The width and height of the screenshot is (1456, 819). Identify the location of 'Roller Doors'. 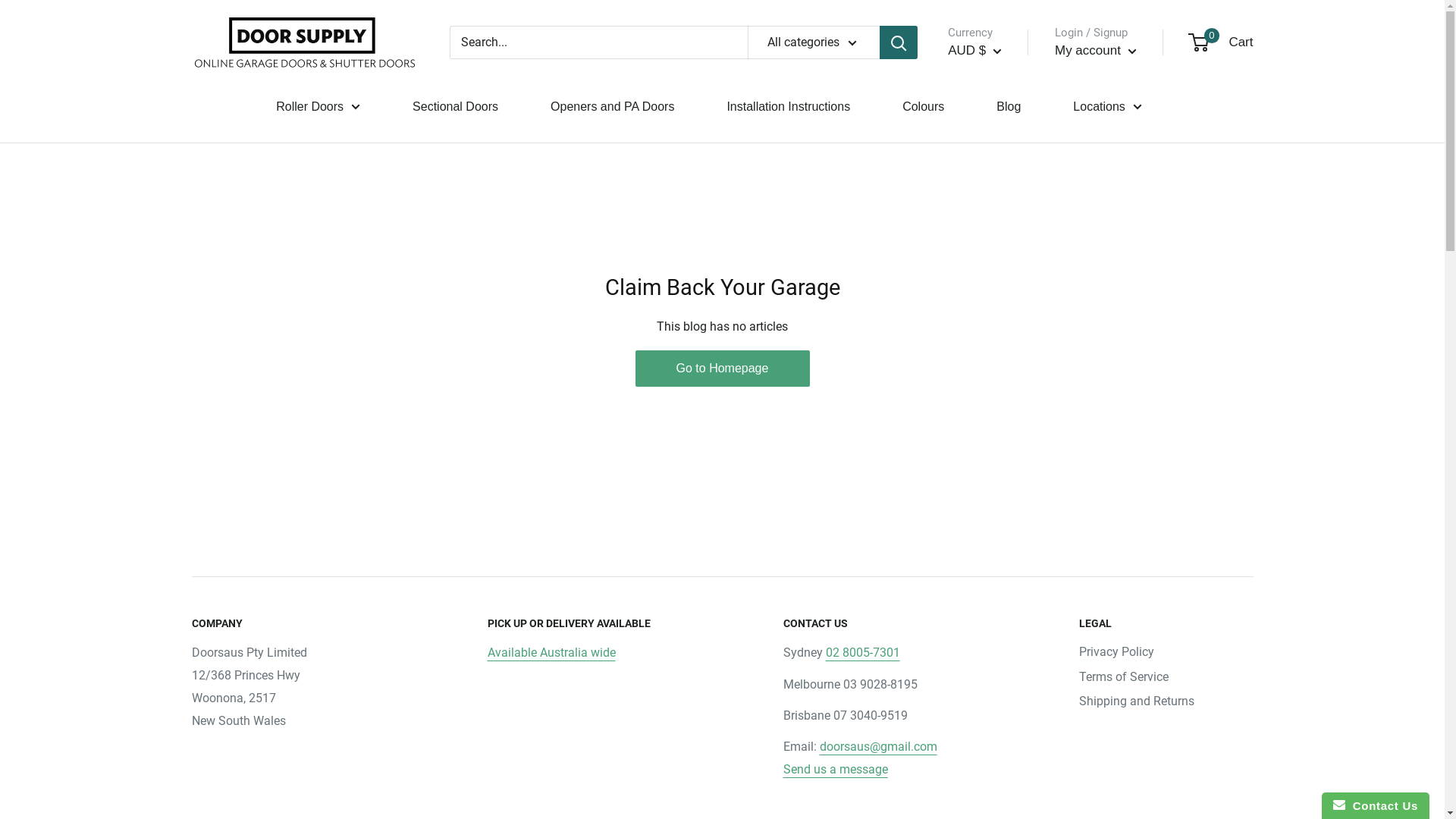
(317, 106).